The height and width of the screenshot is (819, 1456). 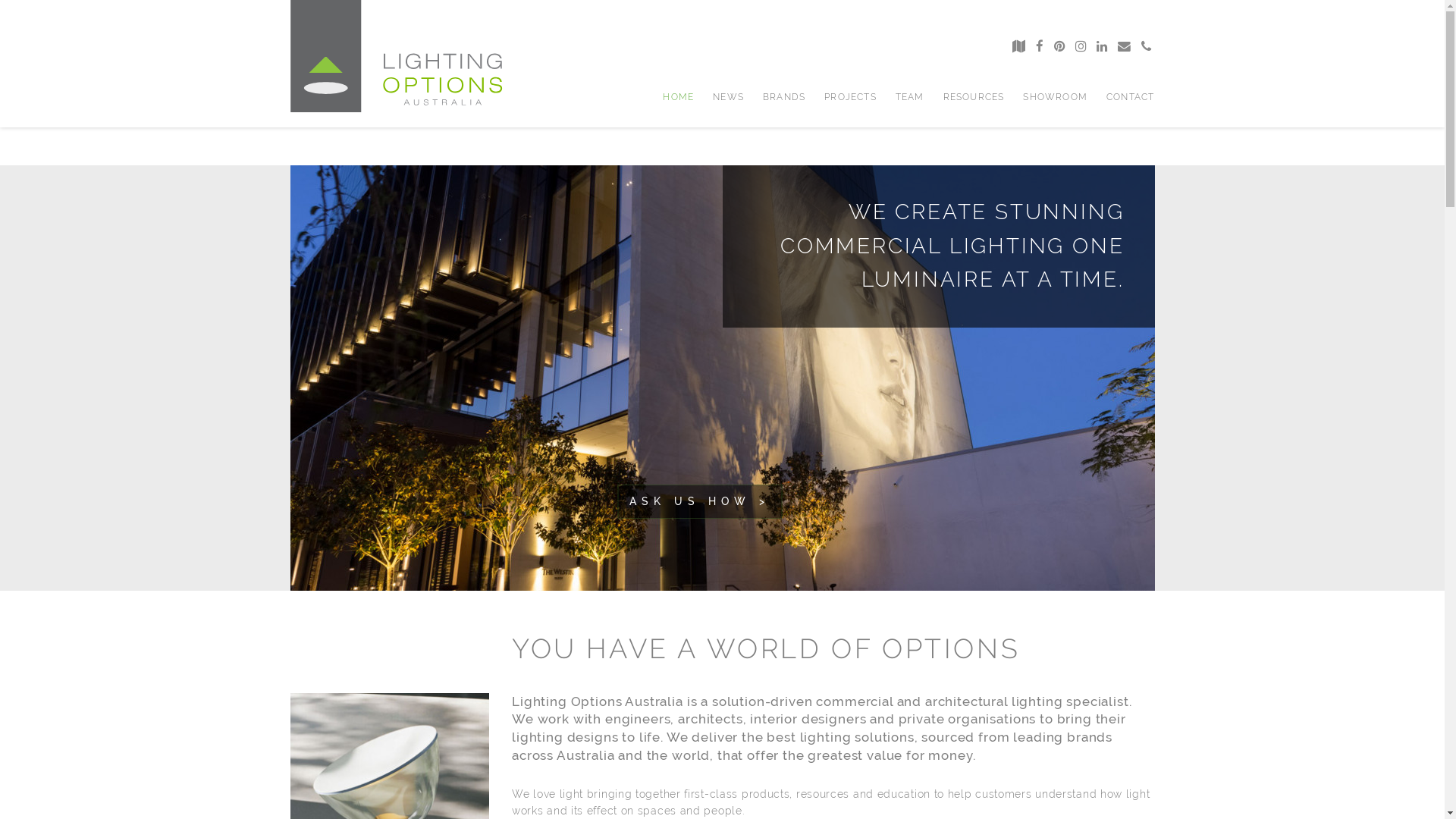 What do you see at coordinates (662, 96) in the screenshot?
I see `'HOME'` at bounding box center [662, 96].